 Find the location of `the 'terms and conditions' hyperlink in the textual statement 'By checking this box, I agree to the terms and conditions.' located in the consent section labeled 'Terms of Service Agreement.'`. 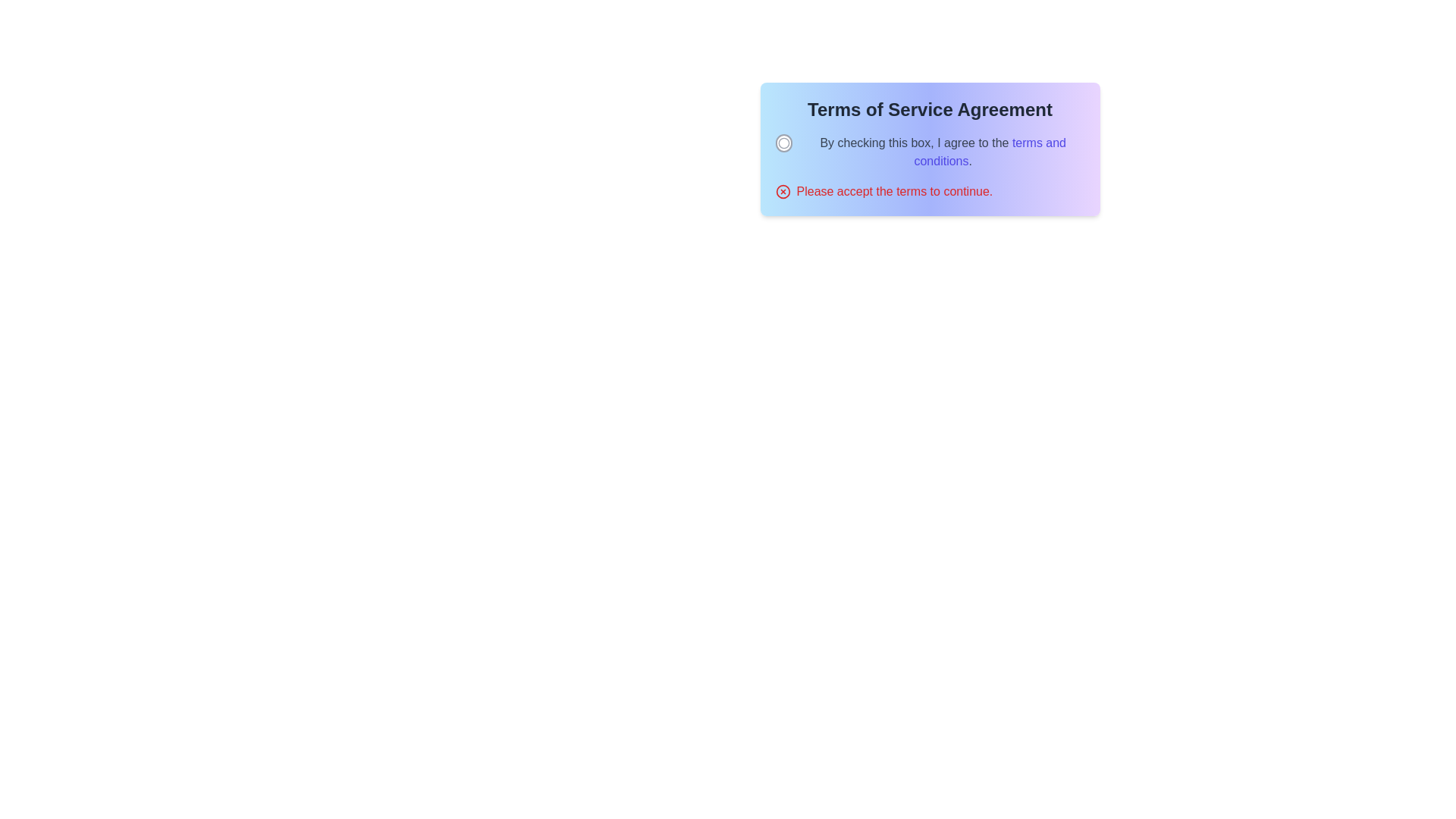

the 'terms and conditions' hyperlink in the textual statement 'By checking this box, I agree to the terms and conditions.' located in the consent section labeled 'Terms of Service Agreement.' is located at coordinates (942, 152).